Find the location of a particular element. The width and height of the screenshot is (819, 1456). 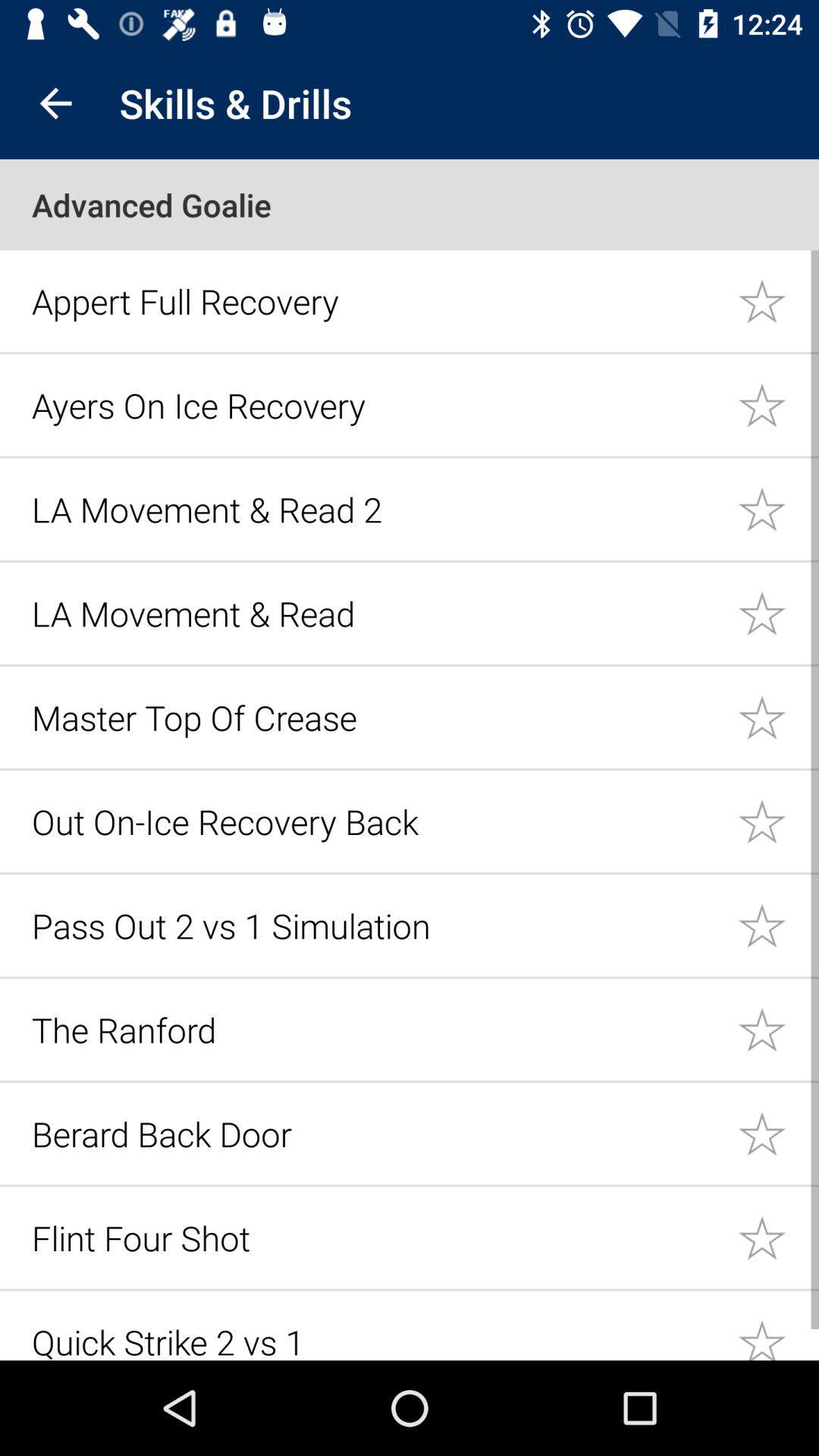

favorite is located at coordinates (778, 1029).